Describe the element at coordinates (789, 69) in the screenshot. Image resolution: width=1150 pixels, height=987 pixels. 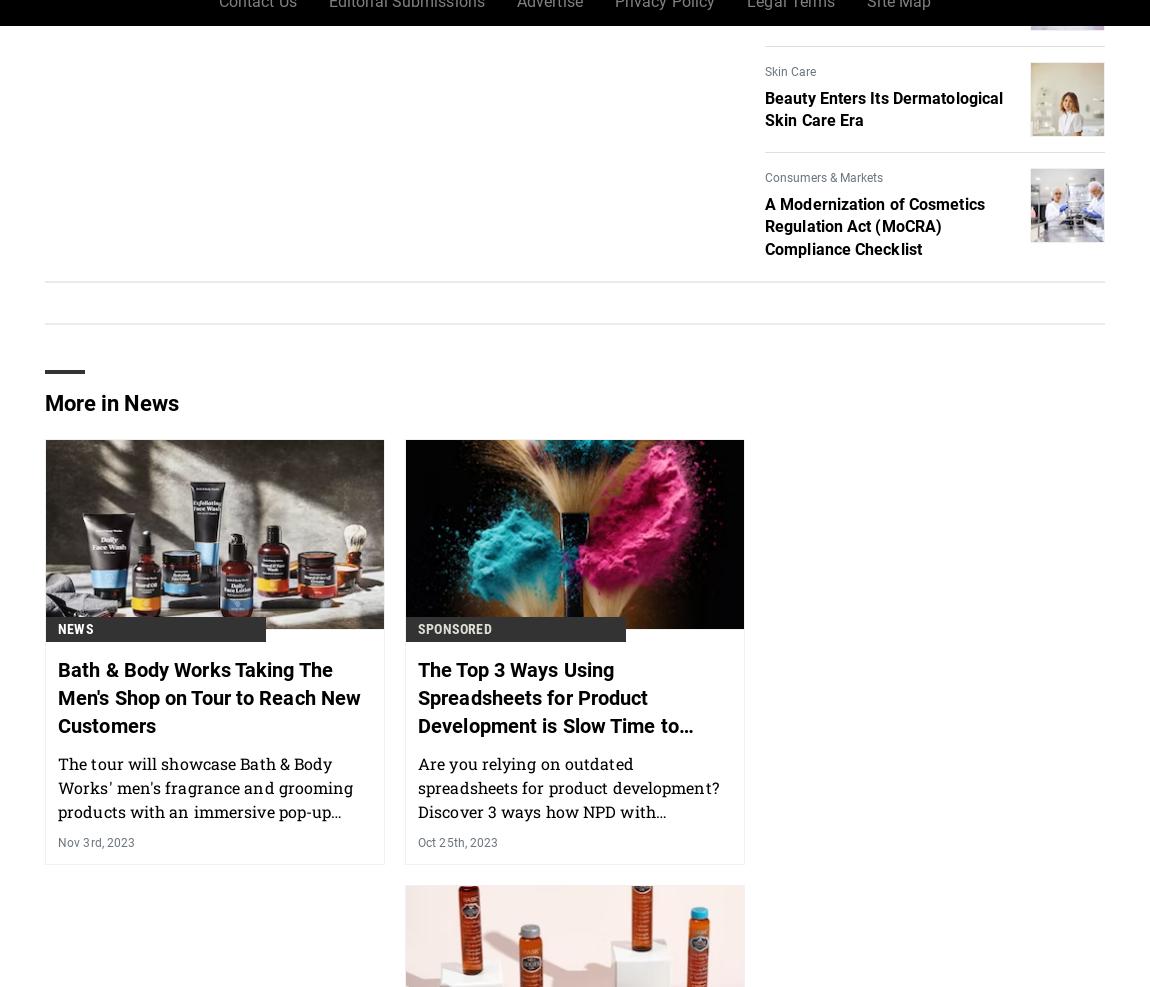
I see `'Skin Care'` at that location.